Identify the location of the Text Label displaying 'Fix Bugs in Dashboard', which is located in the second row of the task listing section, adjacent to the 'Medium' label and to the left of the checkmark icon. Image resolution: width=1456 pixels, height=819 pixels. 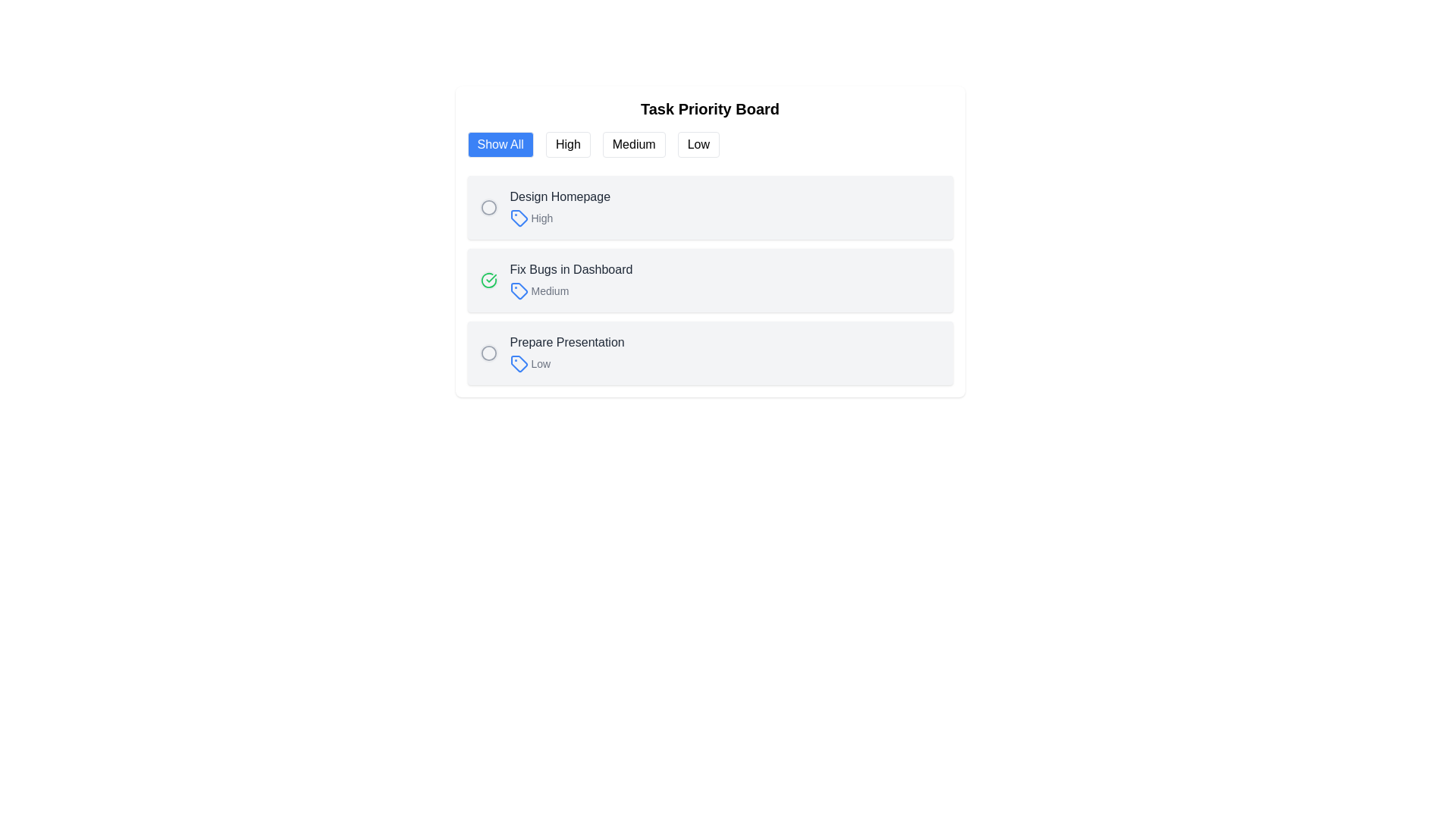
(570, 268).